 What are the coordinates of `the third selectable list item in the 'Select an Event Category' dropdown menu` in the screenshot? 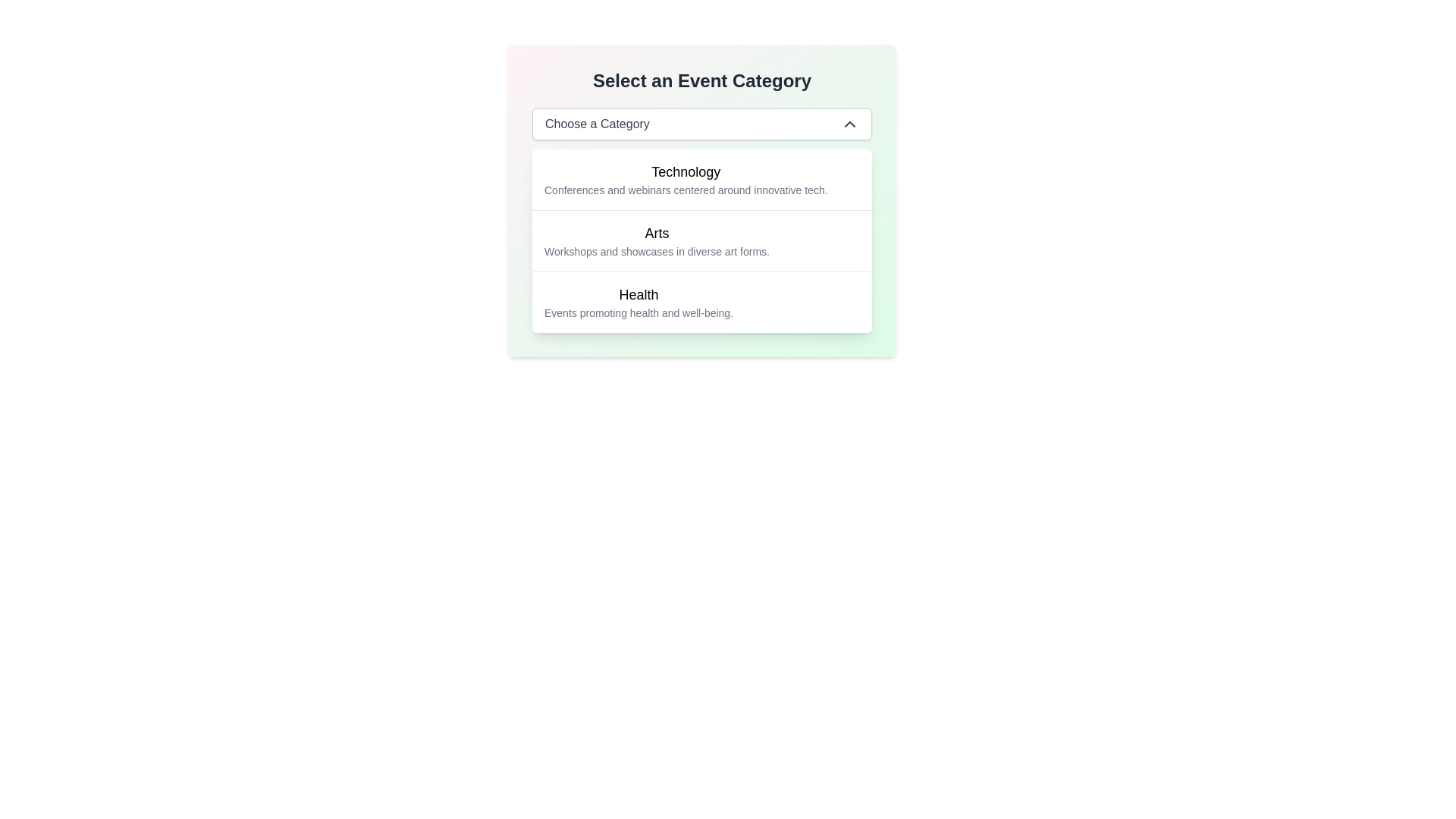 It's located at (701, 302).